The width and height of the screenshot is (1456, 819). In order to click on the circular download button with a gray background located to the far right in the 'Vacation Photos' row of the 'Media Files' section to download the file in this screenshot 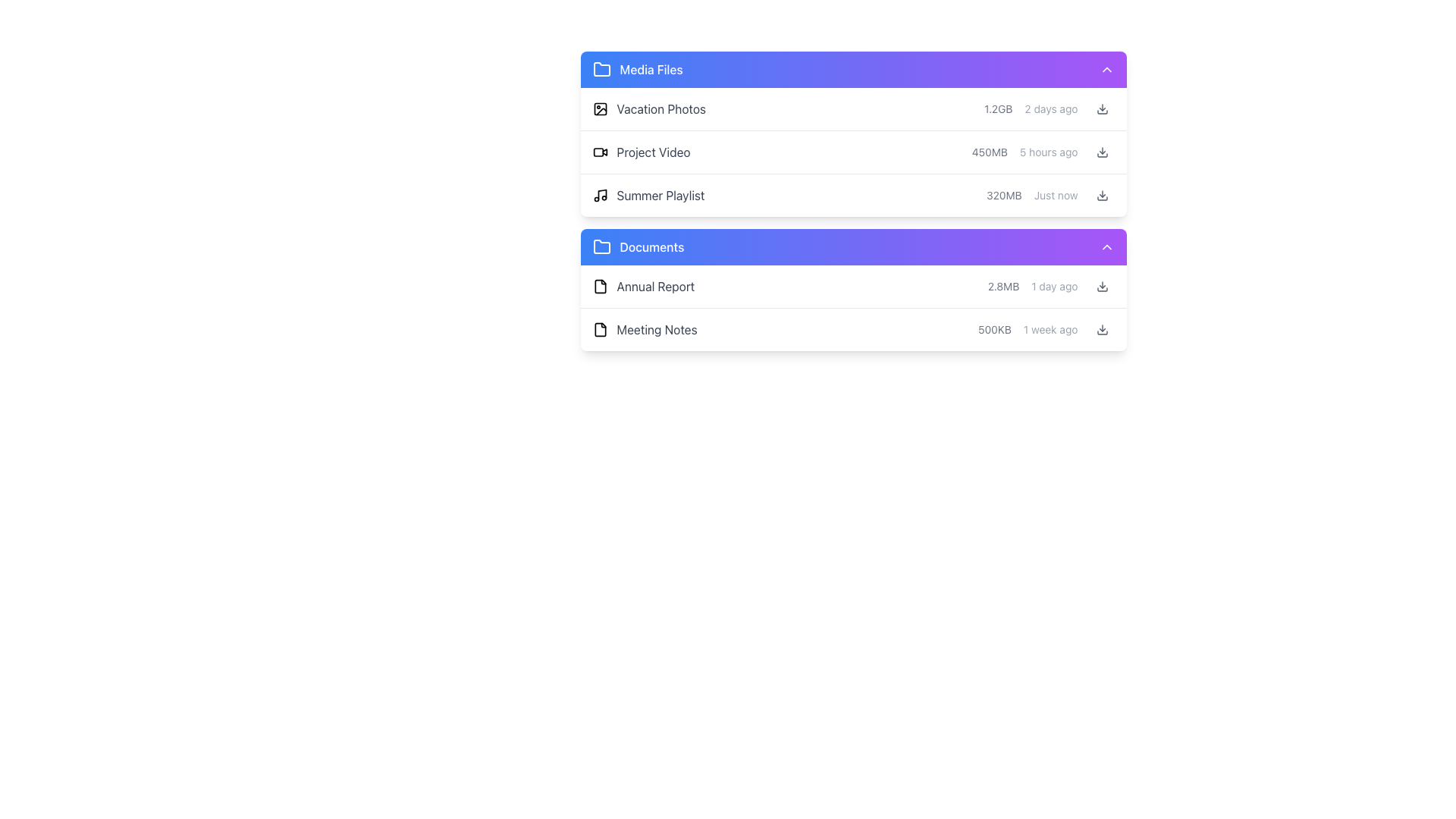, I will do `click(1102, 108)`.